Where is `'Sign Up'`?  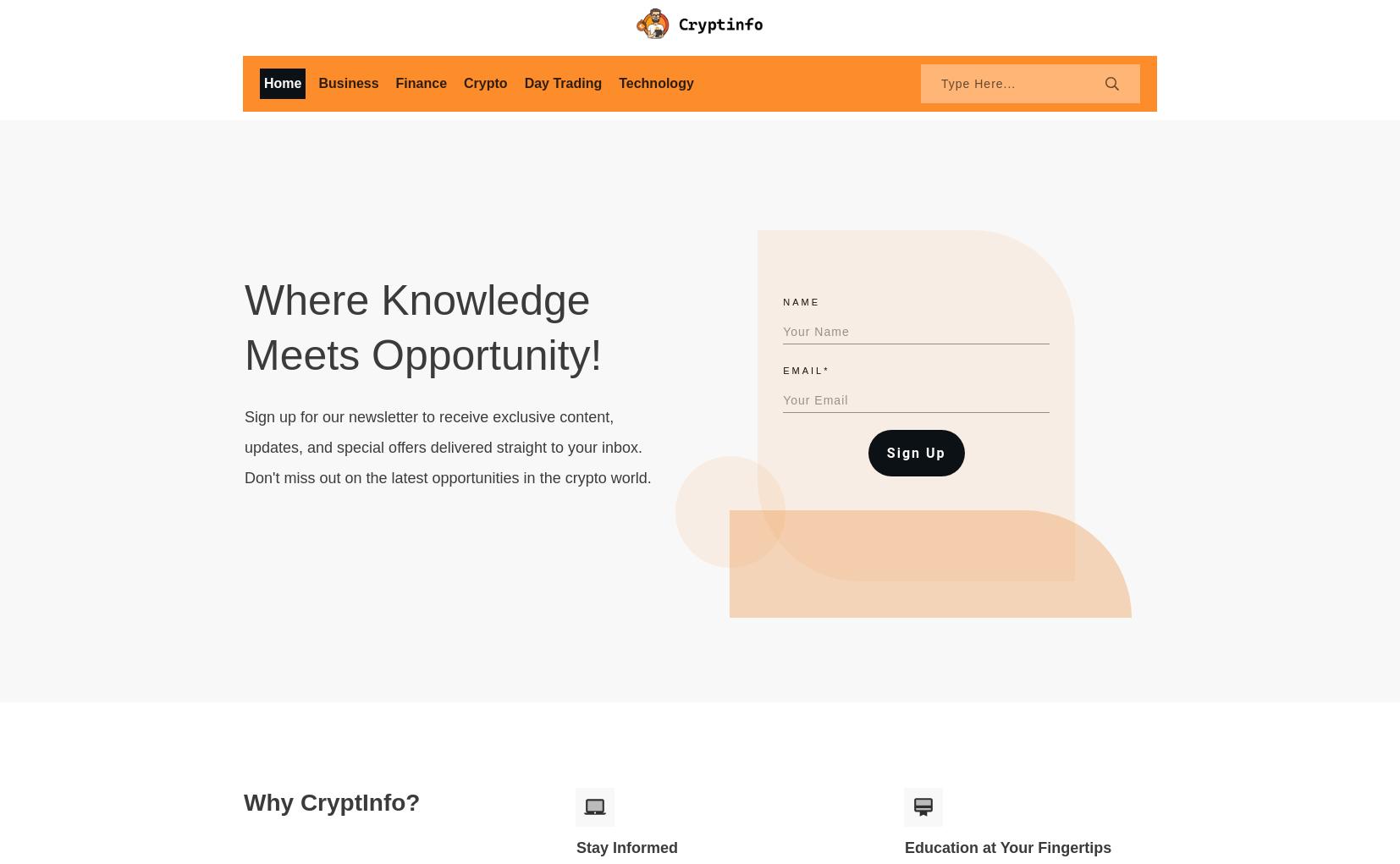 'Sign Up' is located at coordinates (915, 452).